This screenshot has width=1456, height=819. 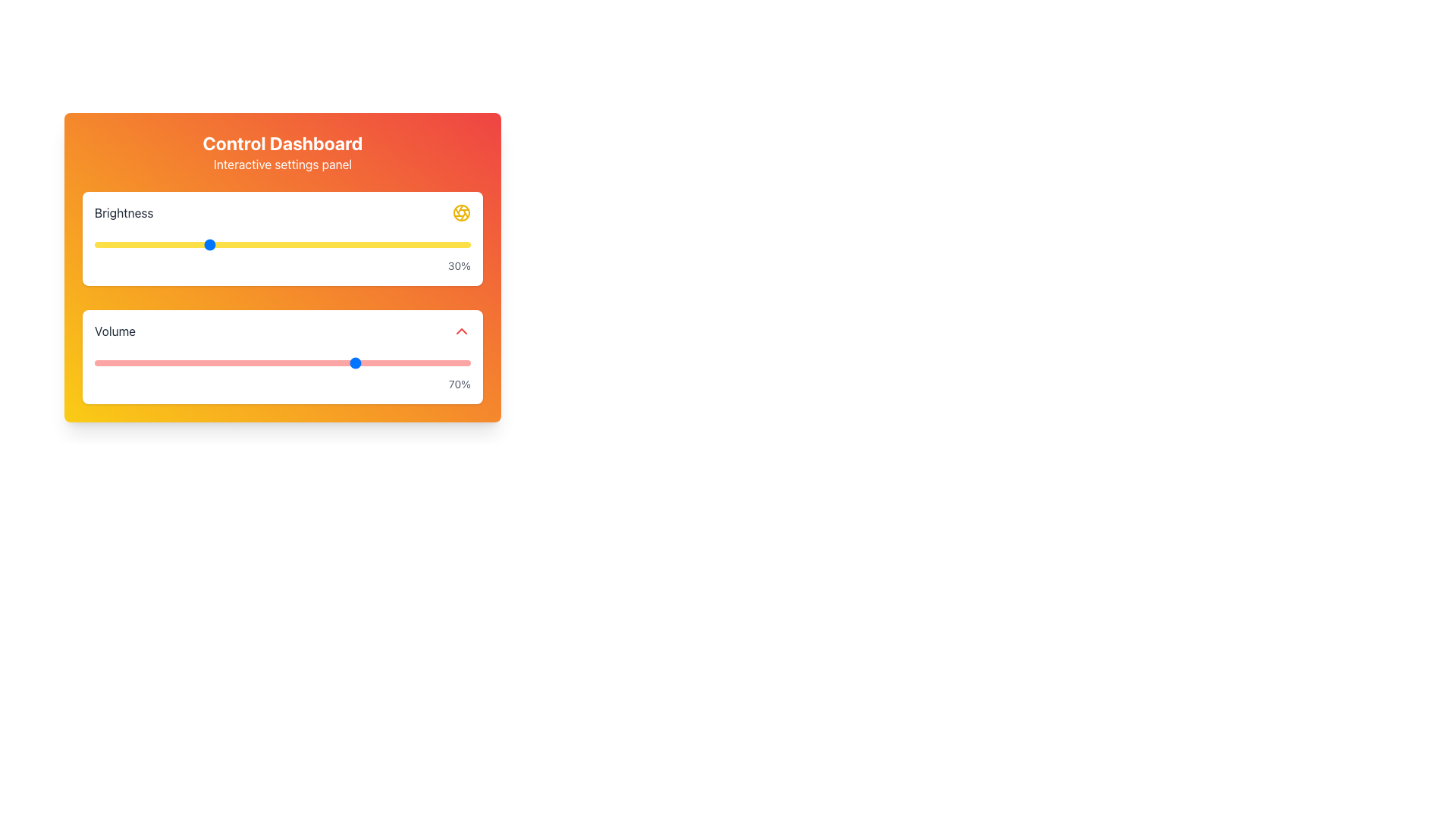 What do you see at coordinates (279, 362) in the screenshot?
I see `the volume` at bounding box center [279, 362].